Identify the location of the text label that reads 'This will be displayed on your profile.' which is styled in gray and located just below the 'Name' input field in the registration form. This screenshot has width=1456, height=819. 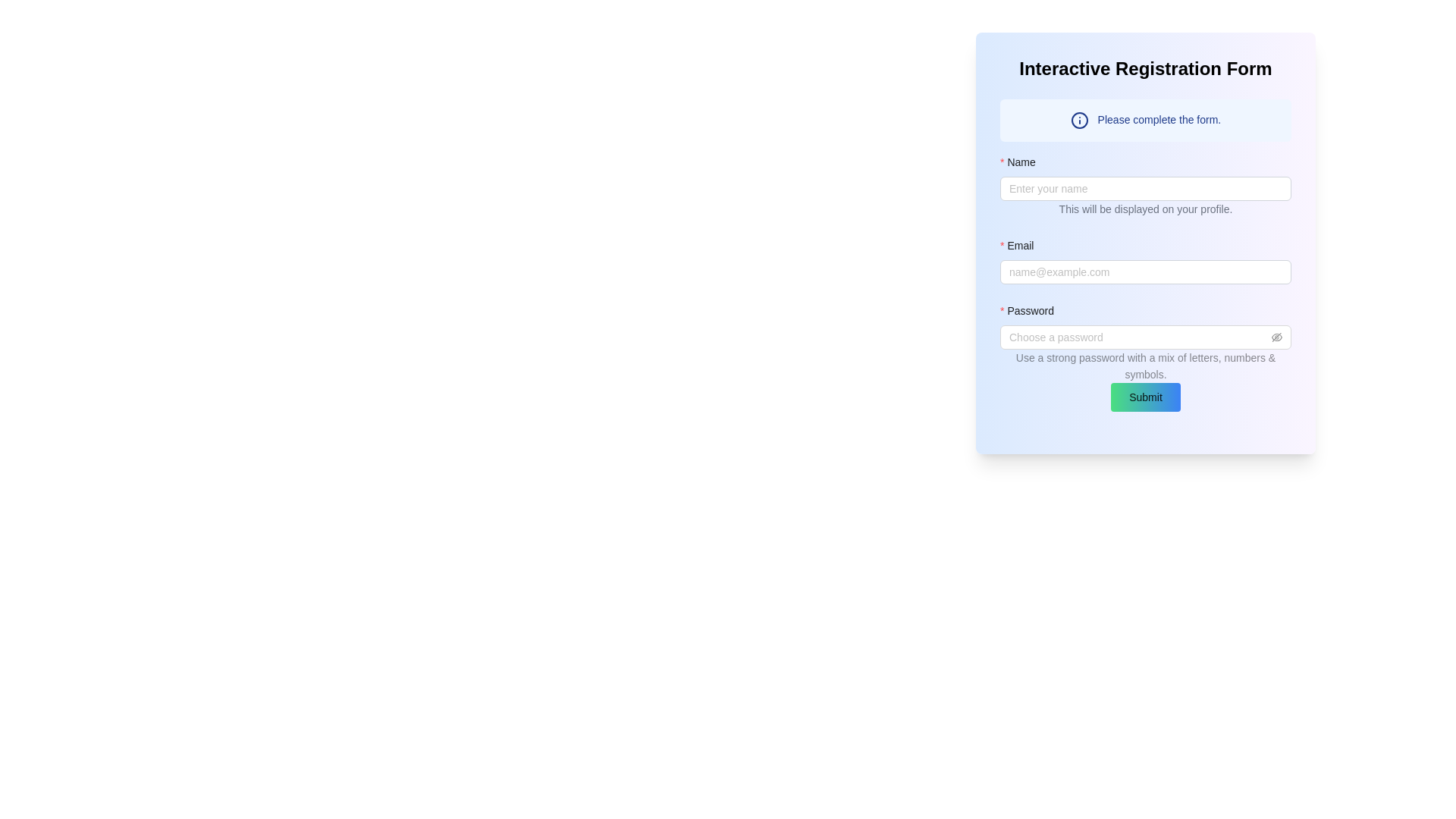
(1146, 210).